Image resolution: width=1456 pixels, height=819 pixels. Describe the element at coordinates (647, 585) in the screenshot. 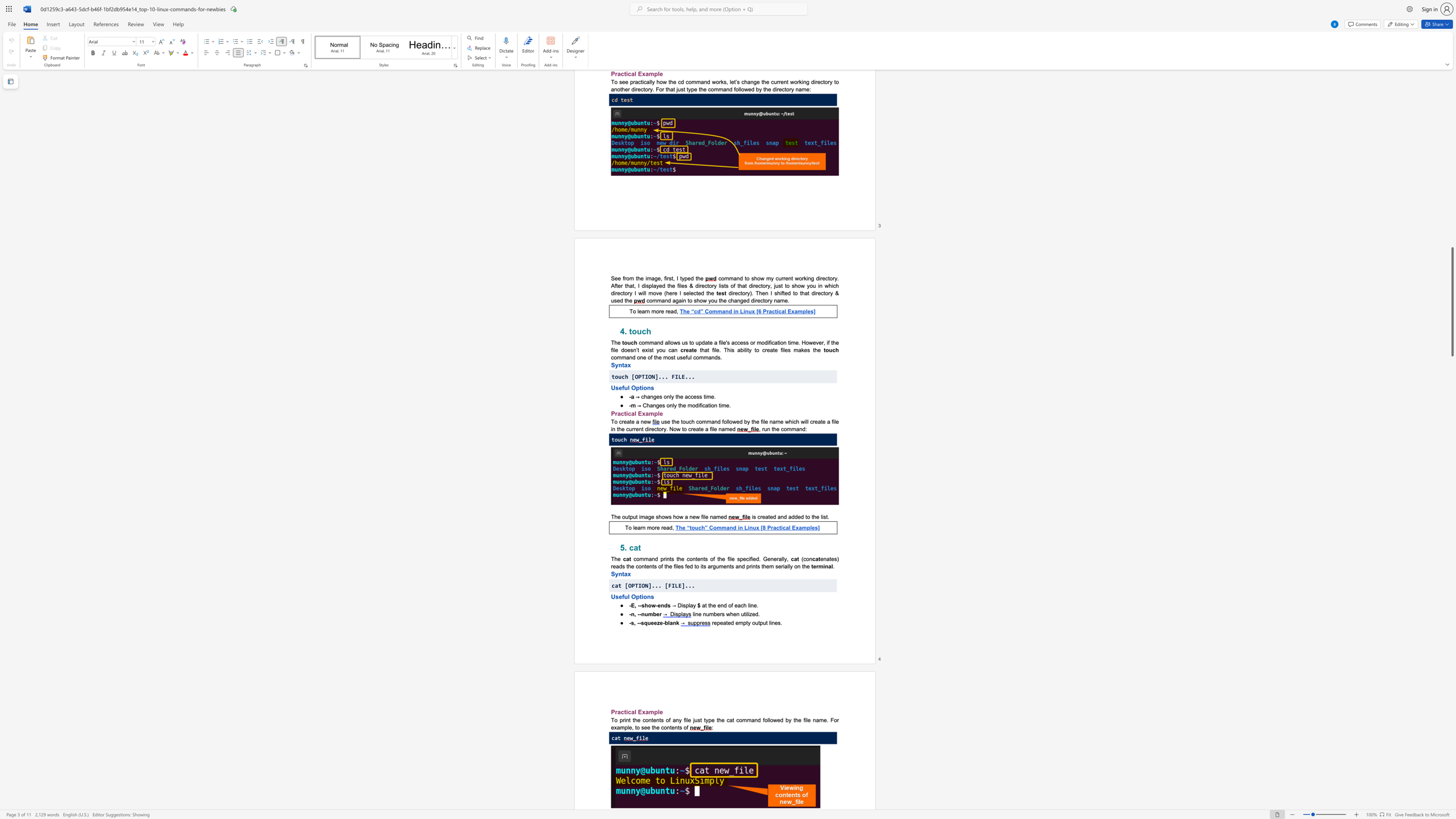

I see `the subset text "]... [FILE]." within the text "cat [OPTION]... [FILE]..."` at that location.